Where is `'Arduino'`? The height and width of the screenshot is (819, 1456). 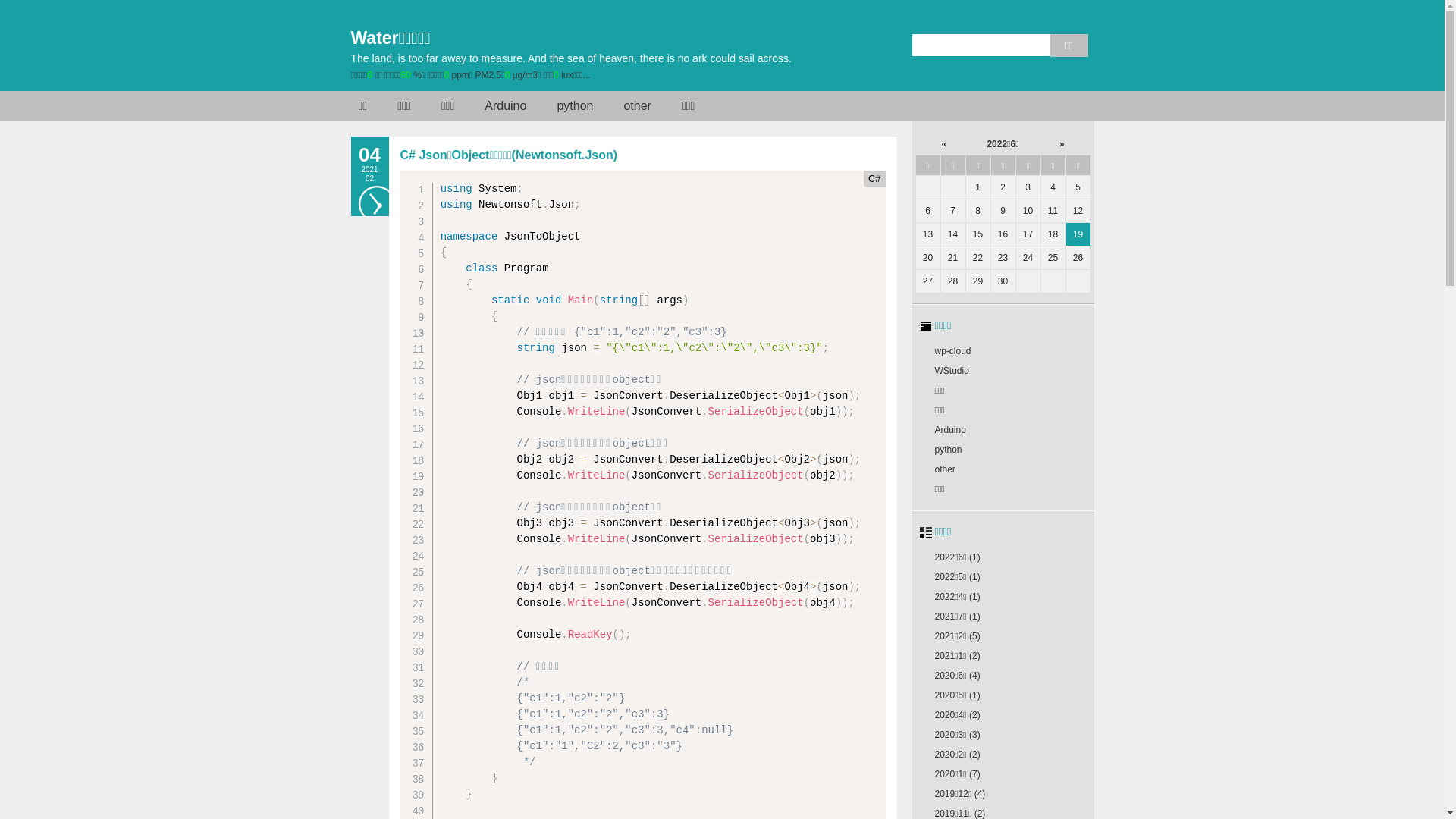
'Arduino' is located at coordinates (949, 430).